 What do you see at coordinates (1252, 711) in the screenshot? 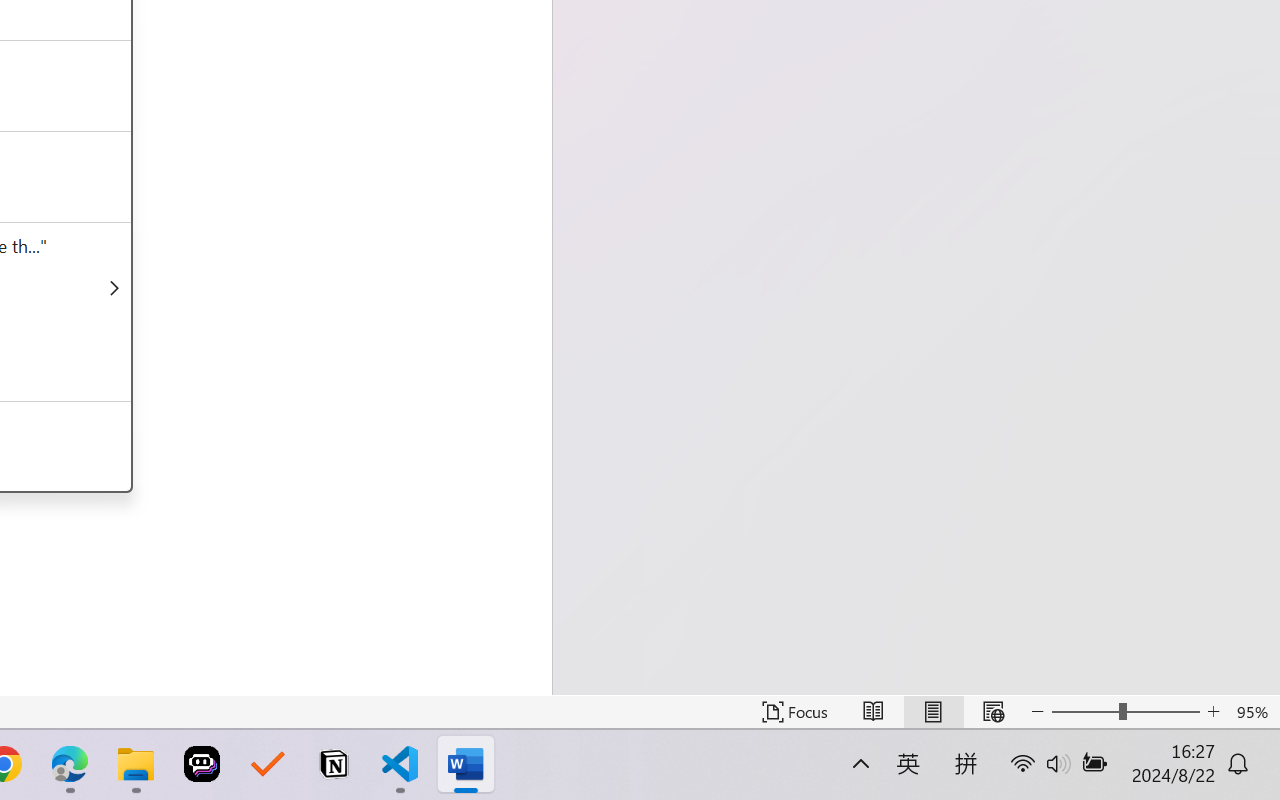
I see `'Zoom 95%'` at bounding box center [1252, 711].